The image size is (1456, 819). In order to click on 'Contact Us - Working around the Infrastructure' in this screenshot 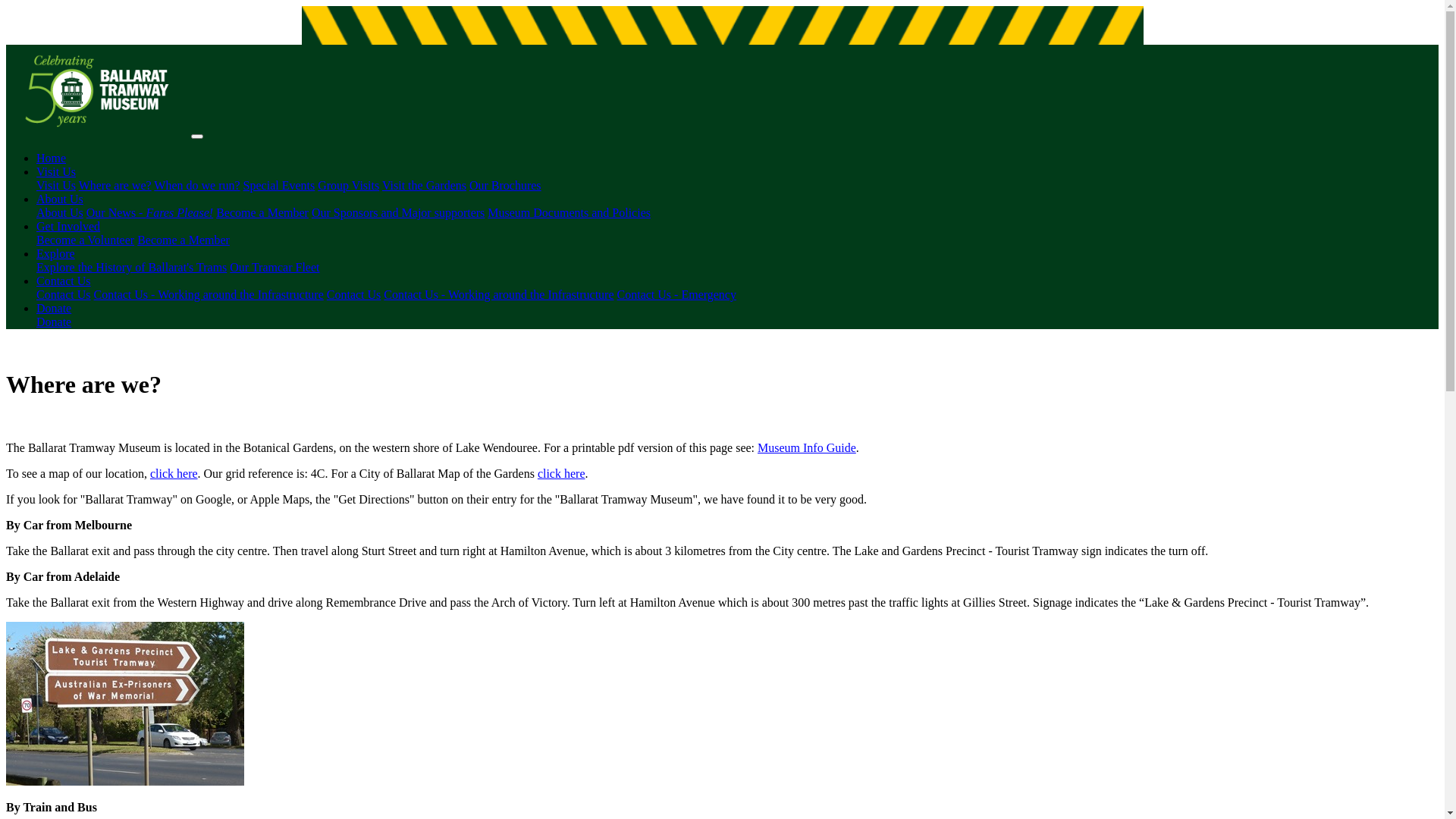, I will do `click(498, 294)`.